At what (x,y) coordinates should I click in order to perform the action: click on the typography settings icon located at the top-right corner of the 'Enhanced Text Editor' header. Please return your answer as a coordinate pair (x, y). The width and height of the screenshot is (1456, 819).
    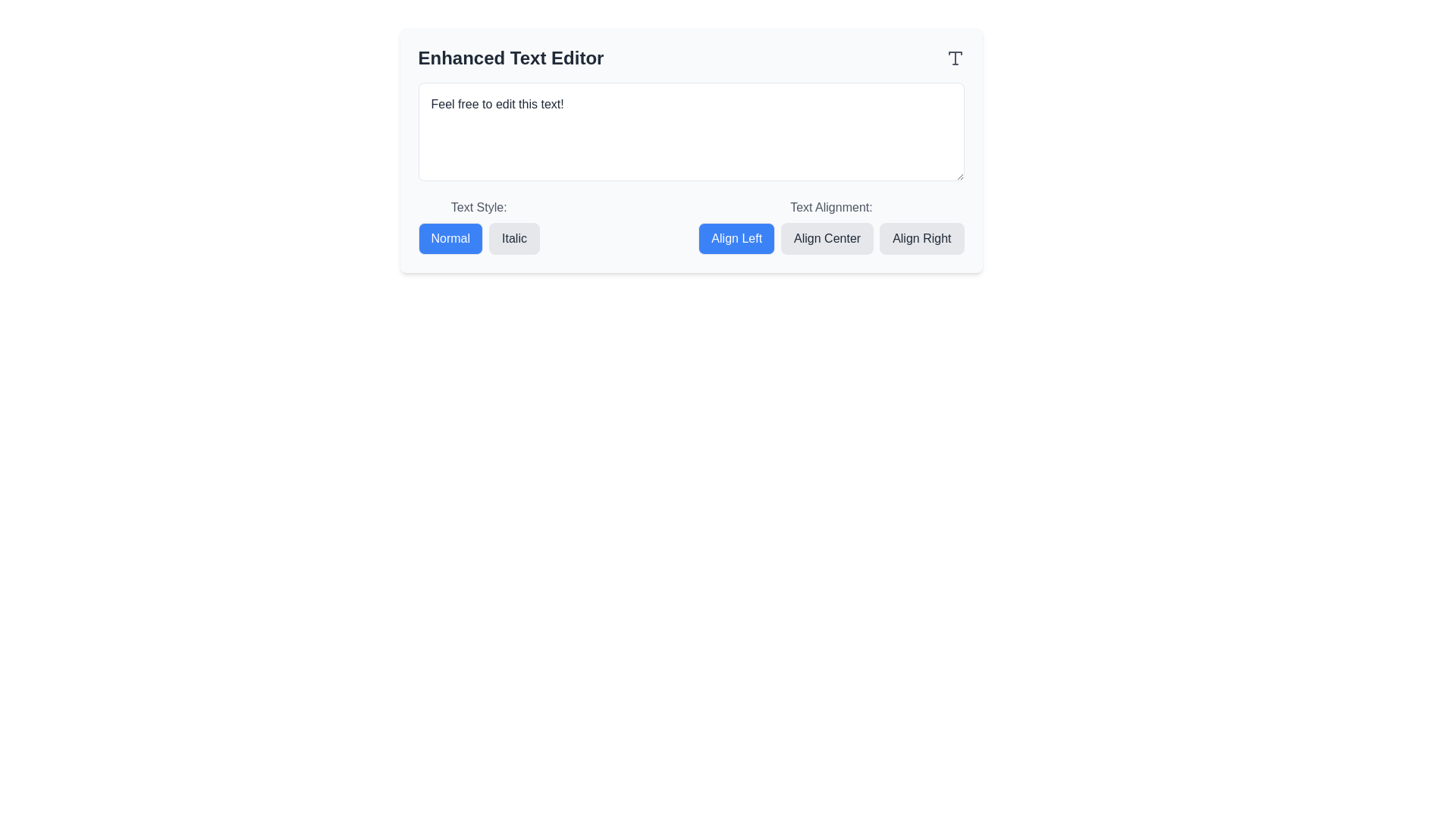
    Looking at the image, I should click on (954, 58).